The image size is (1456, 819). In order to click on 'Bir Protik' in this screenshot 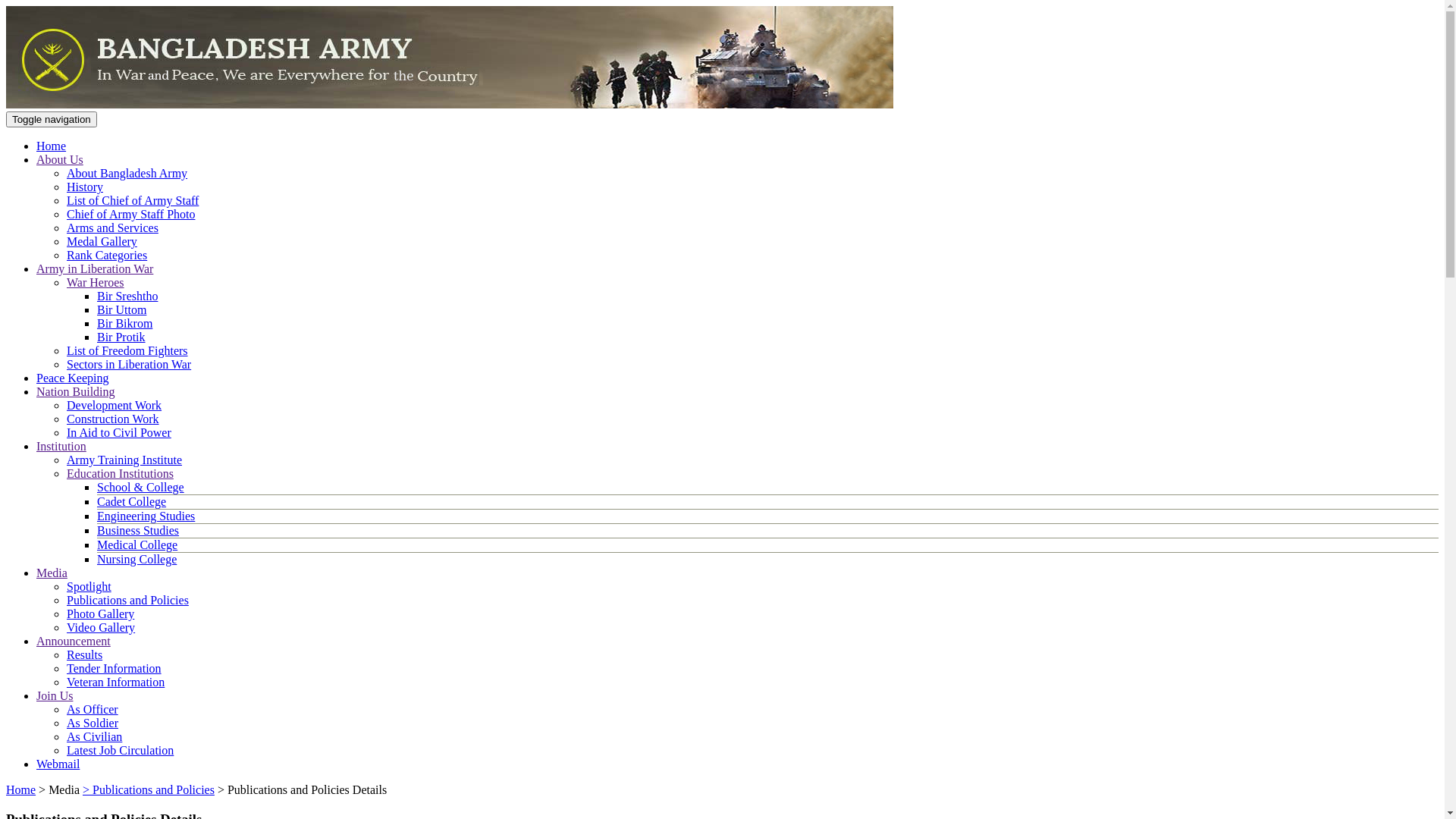, I will do `click(120, 336)`.